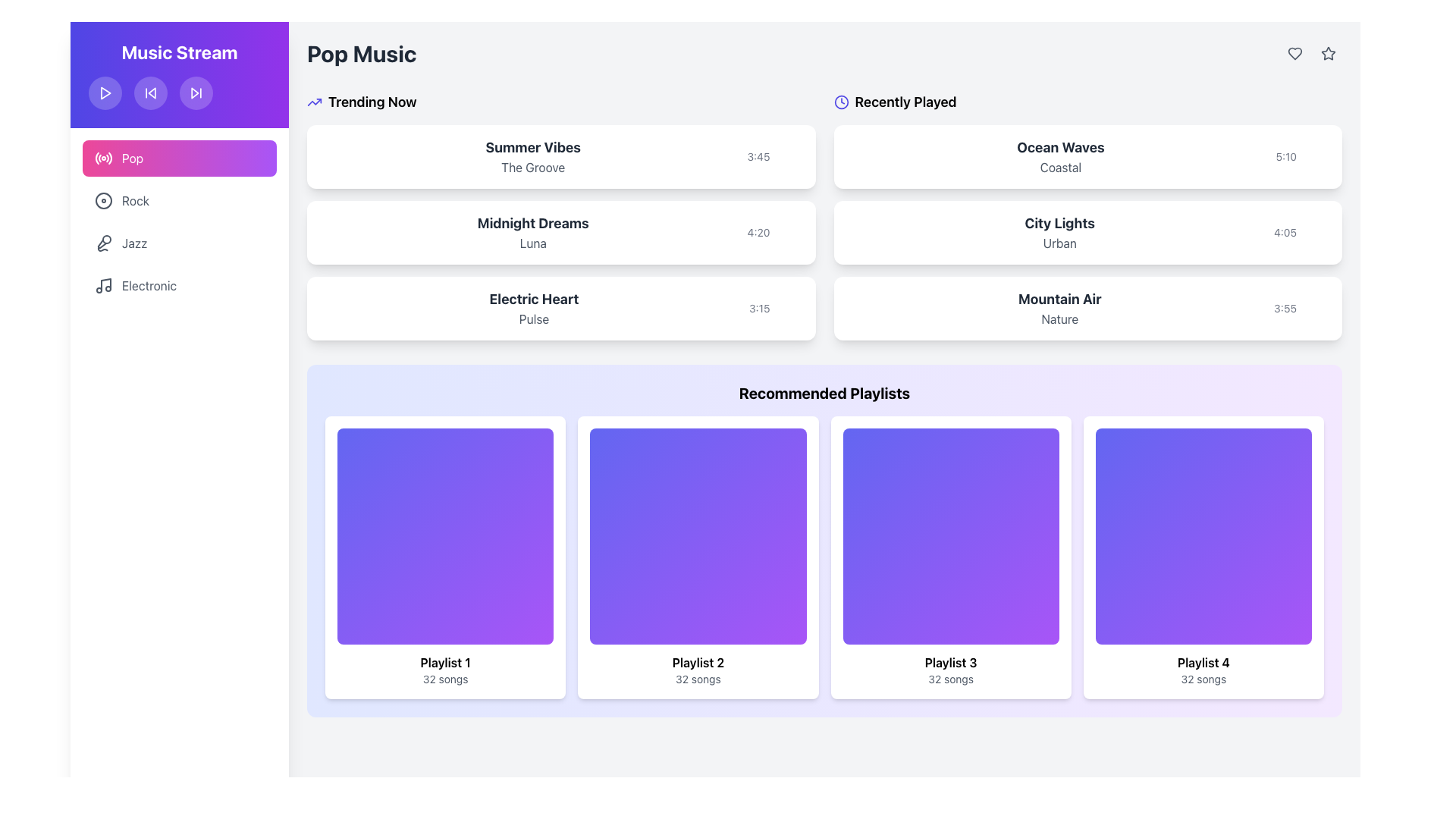 The width and height of the screenshot is (1456, 819). What do you see at coordinates (1203, 662) in the screenshot?
I see `the text label reading 'Playlist 4', which is styled with a bold and larger font and is positioned above the label '32 songs' in the 'Recommended Playlists' section` at bounding box center [1203, 662].